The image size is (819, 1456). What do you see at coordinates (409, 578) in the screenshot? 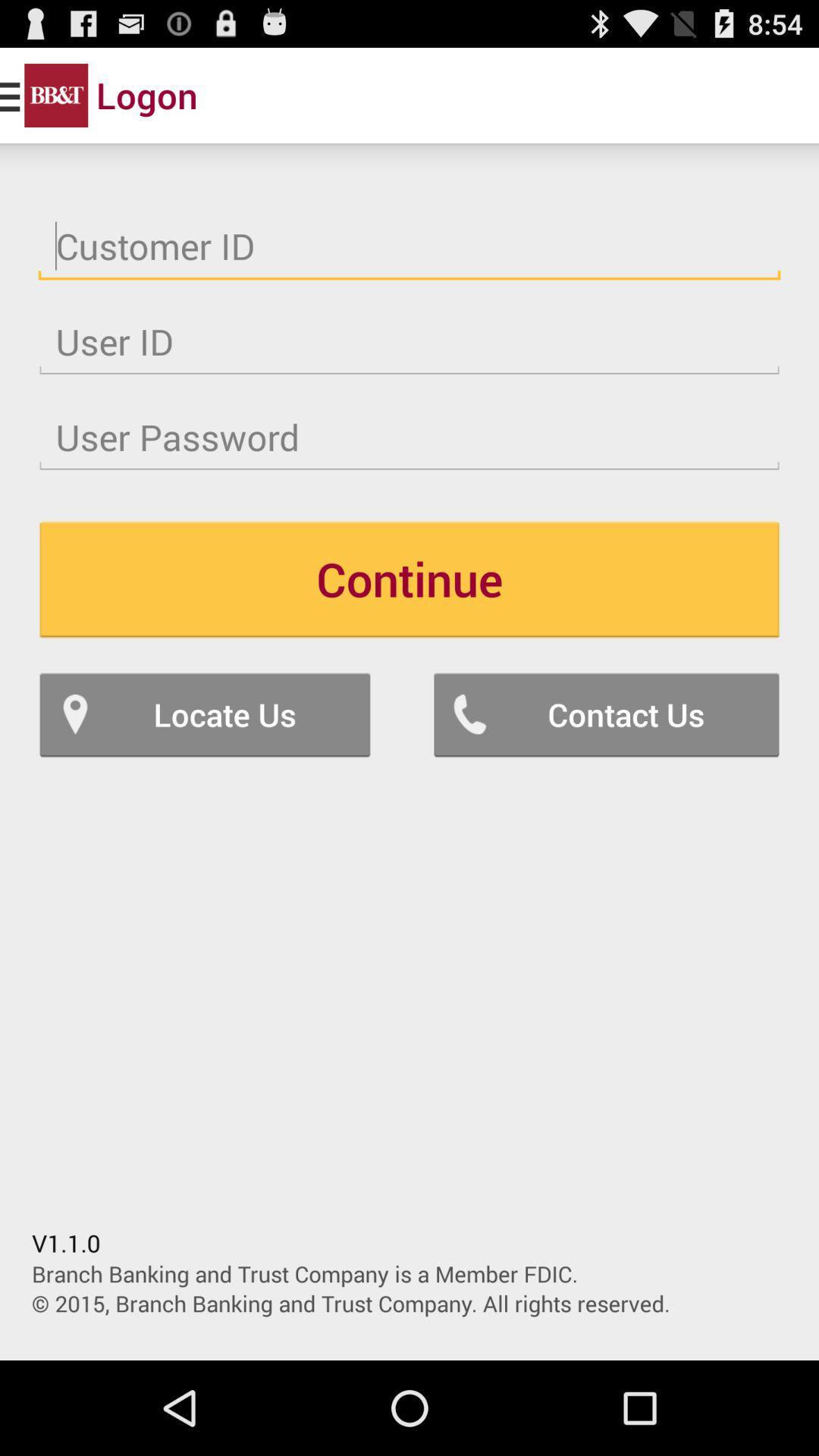
I see `the button above locate us item` at bounding box center [409, 578].